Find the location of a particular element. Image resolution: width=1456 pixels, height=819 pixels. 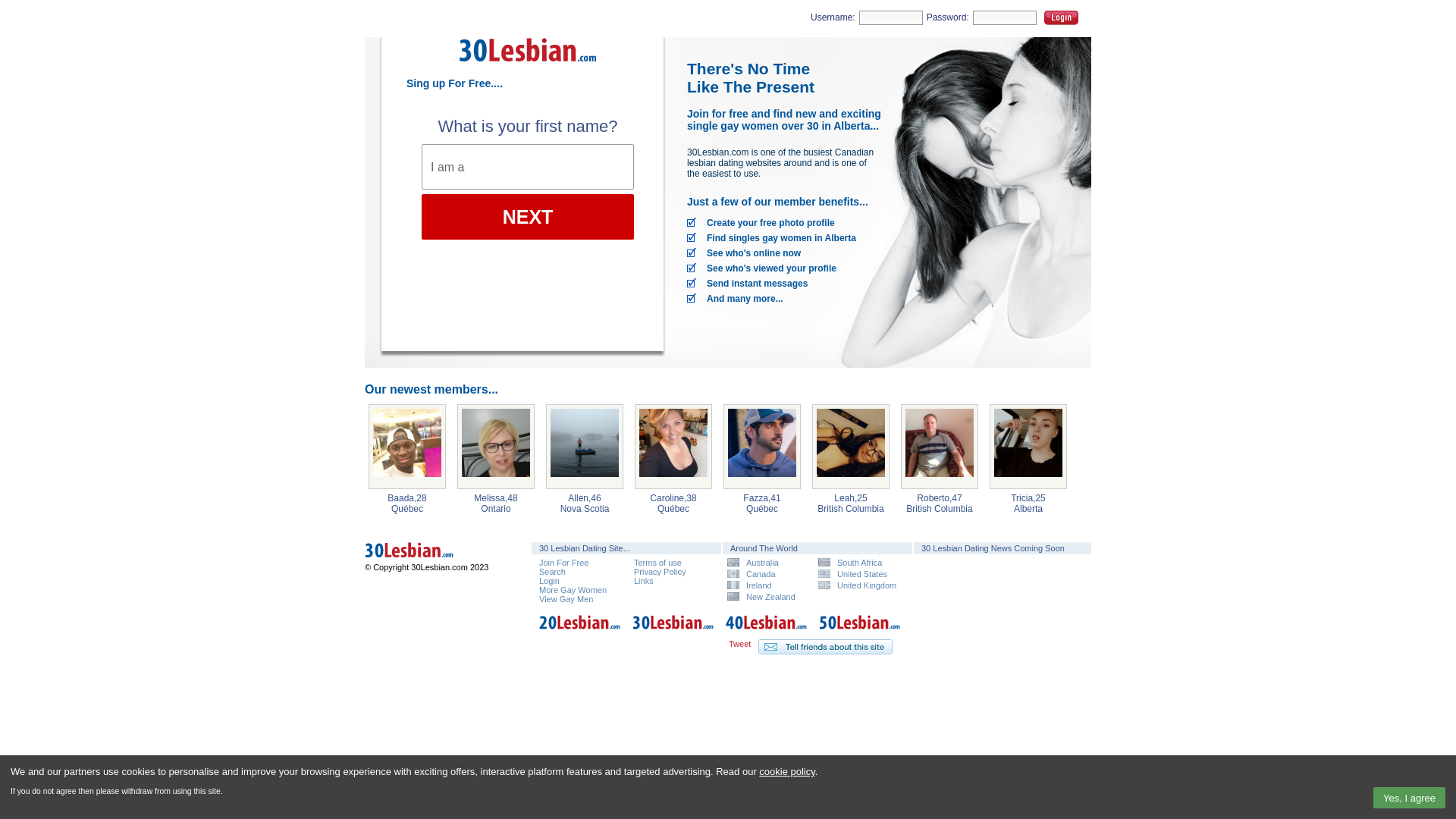

'More Gay Women' is located at coordinates (572, 589).